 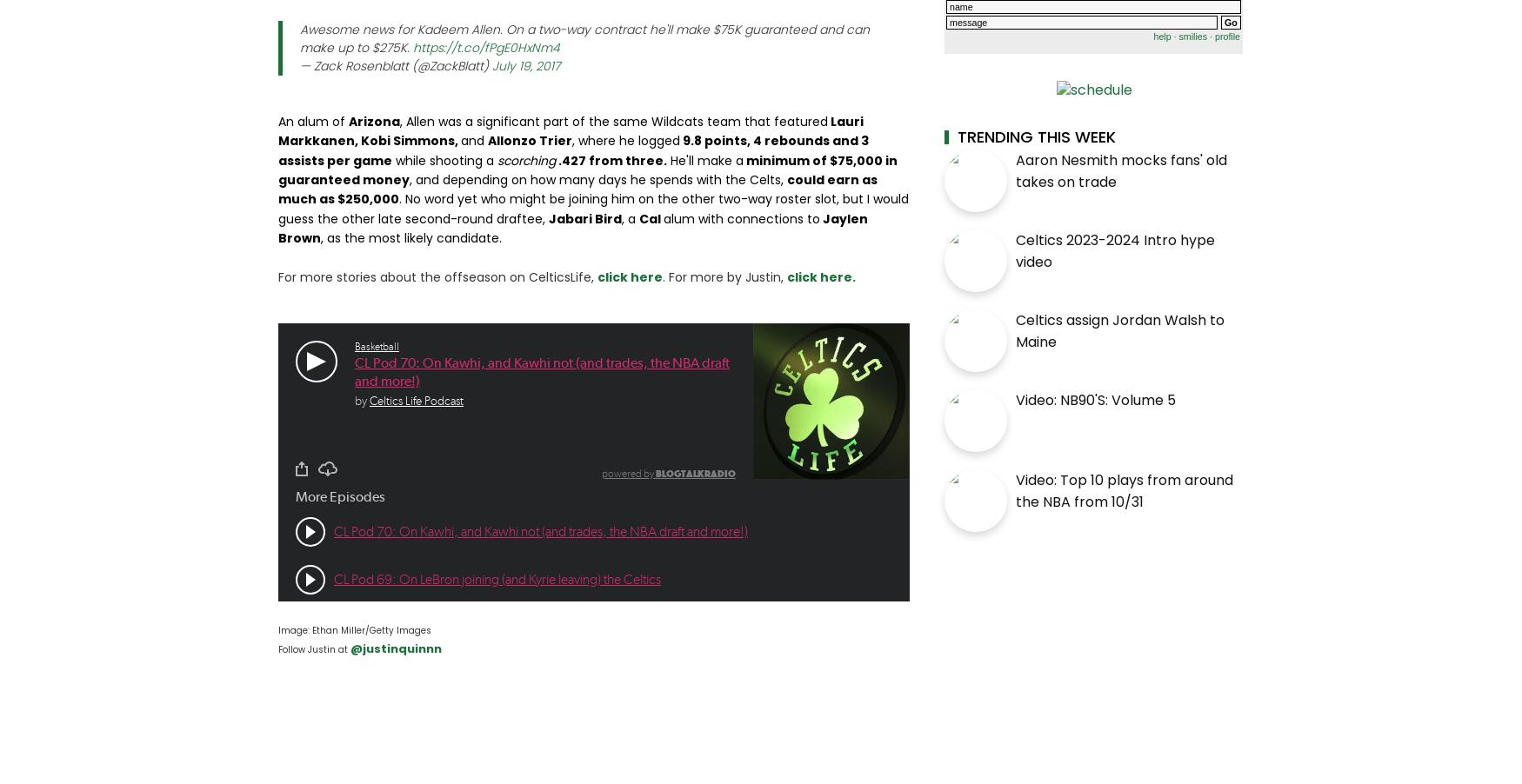 What do you see at coordinates (663, 218) in the screenshot?
I see `'alum with connections to'` at bounding box center [663, 218].